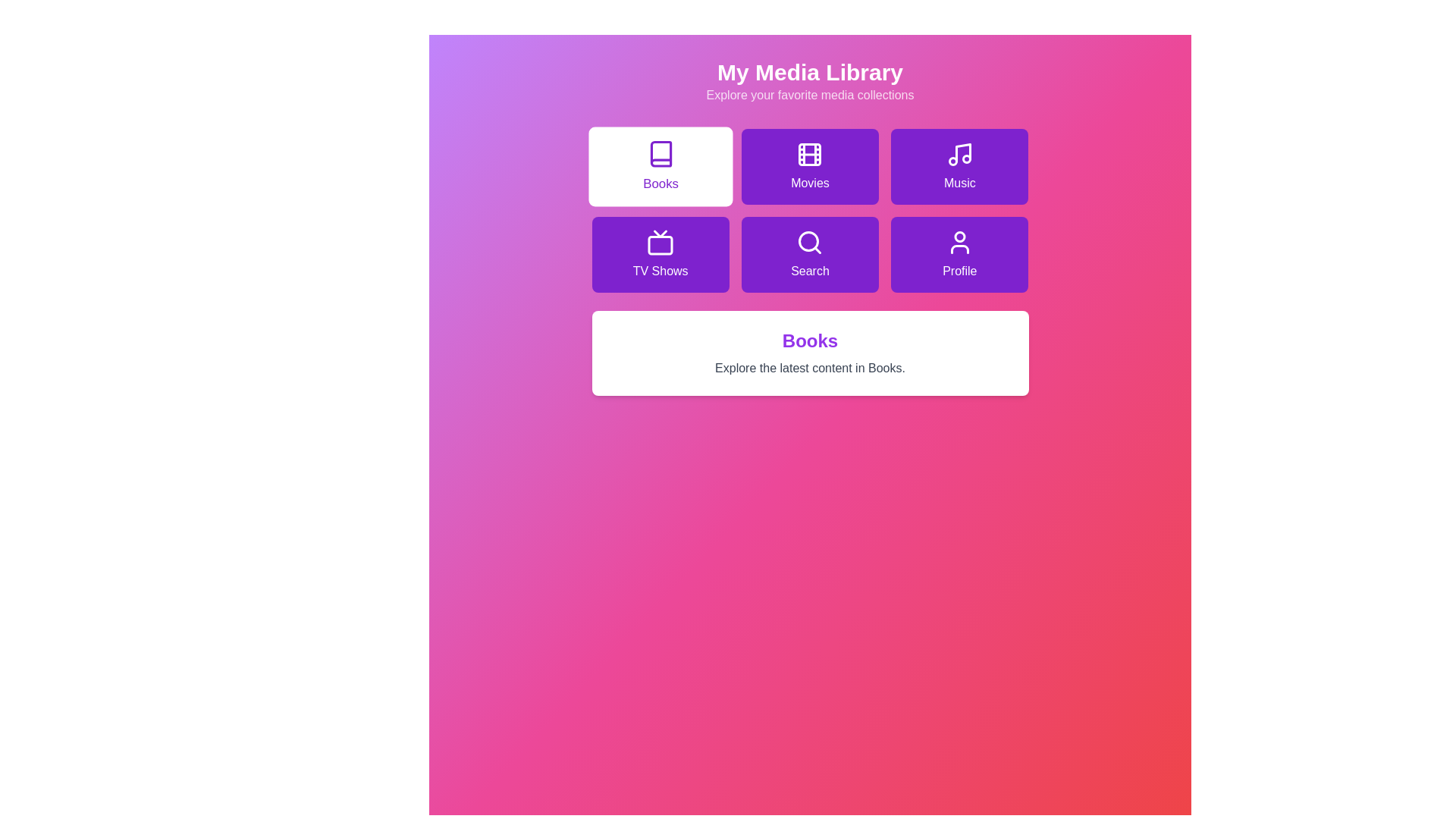 The width and height of the screenshot is (1456, 819). Describe the element at coordinates (959, 248) in the screenshot. I see `the lower section of the profile icon, which is part of the 'Profile' button located in the bottom-right corner of the button grid` at that location.